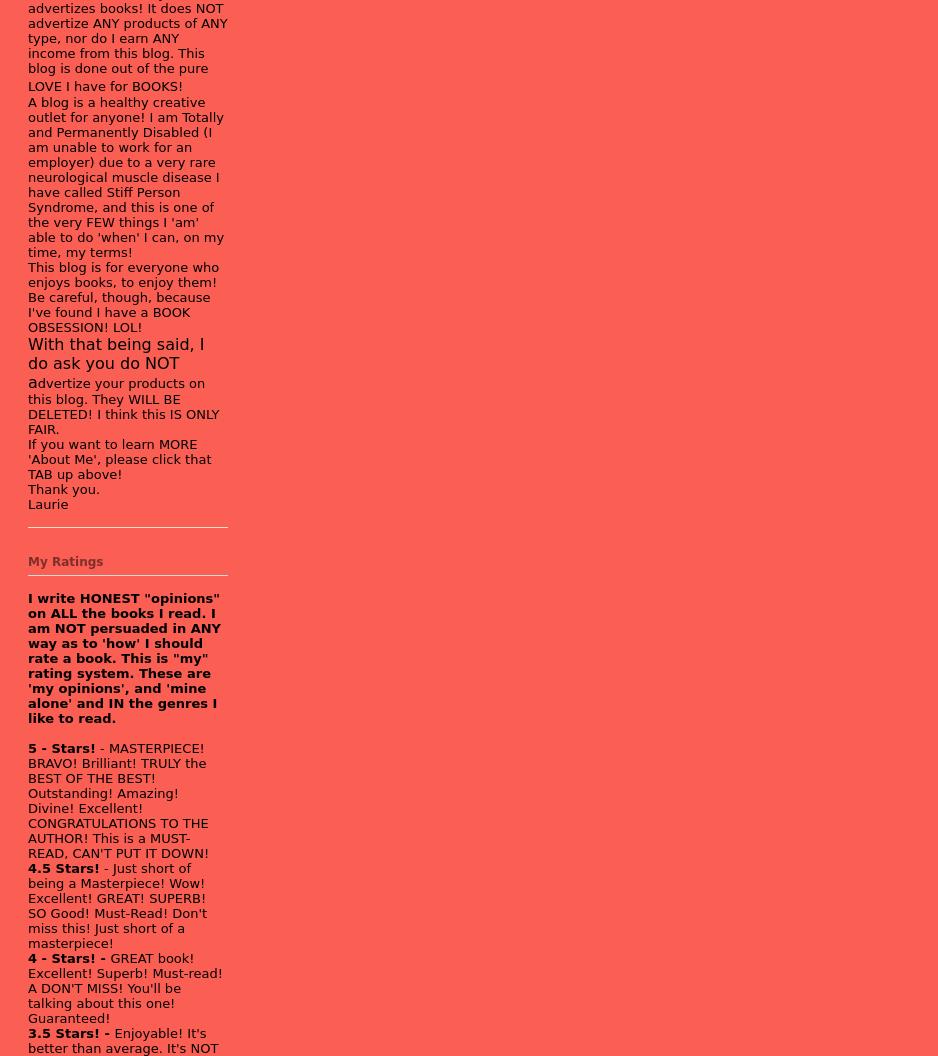 The image size is (938, 1056). What do you see at coordinates (115, 361) in the screenshot?
I see `'With that being said, I do ask you do NOT a'` at bounding box center [115, 361].